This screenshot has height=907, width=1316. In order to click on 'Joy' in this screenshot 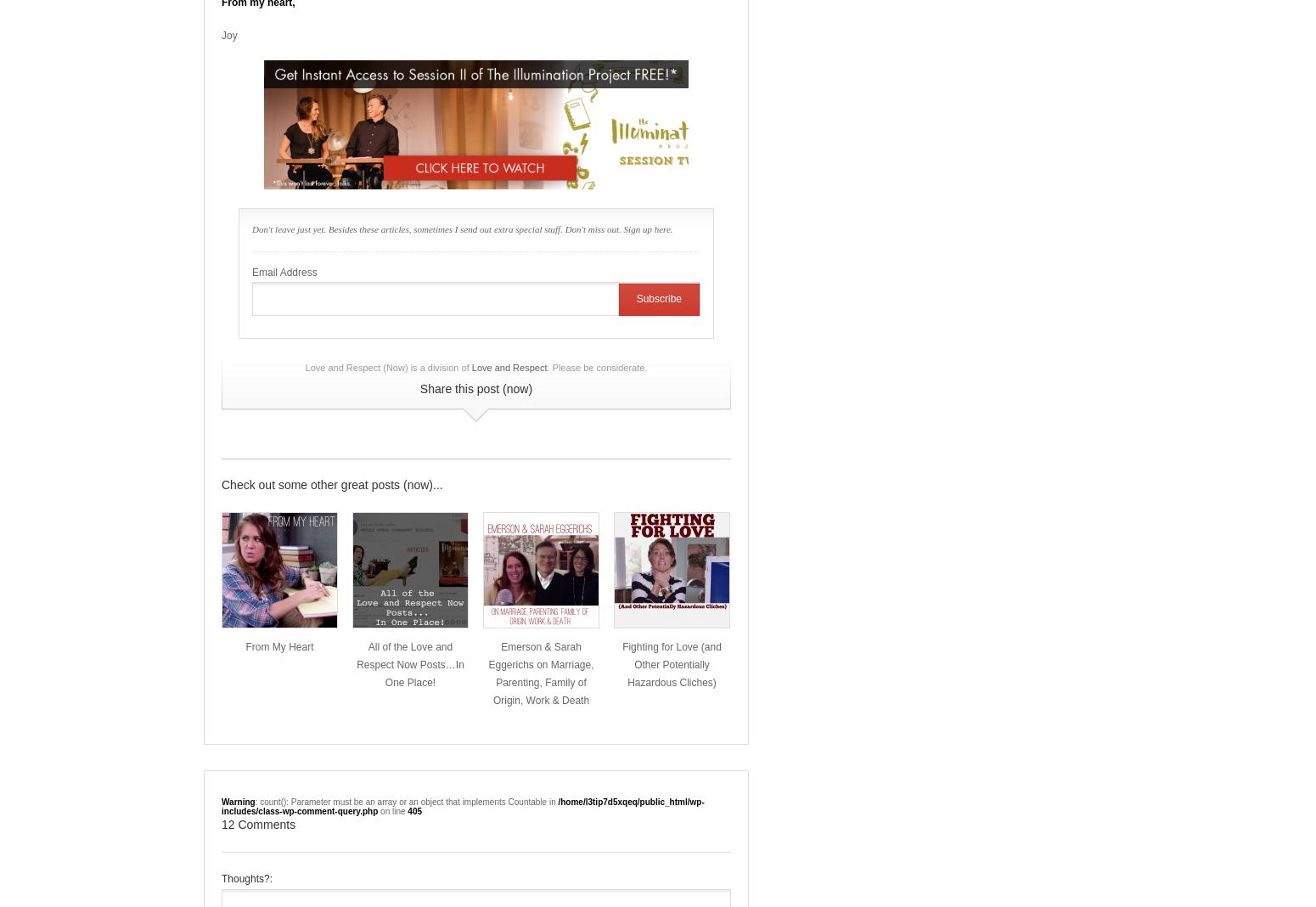, I will do `click(229, 34)`.